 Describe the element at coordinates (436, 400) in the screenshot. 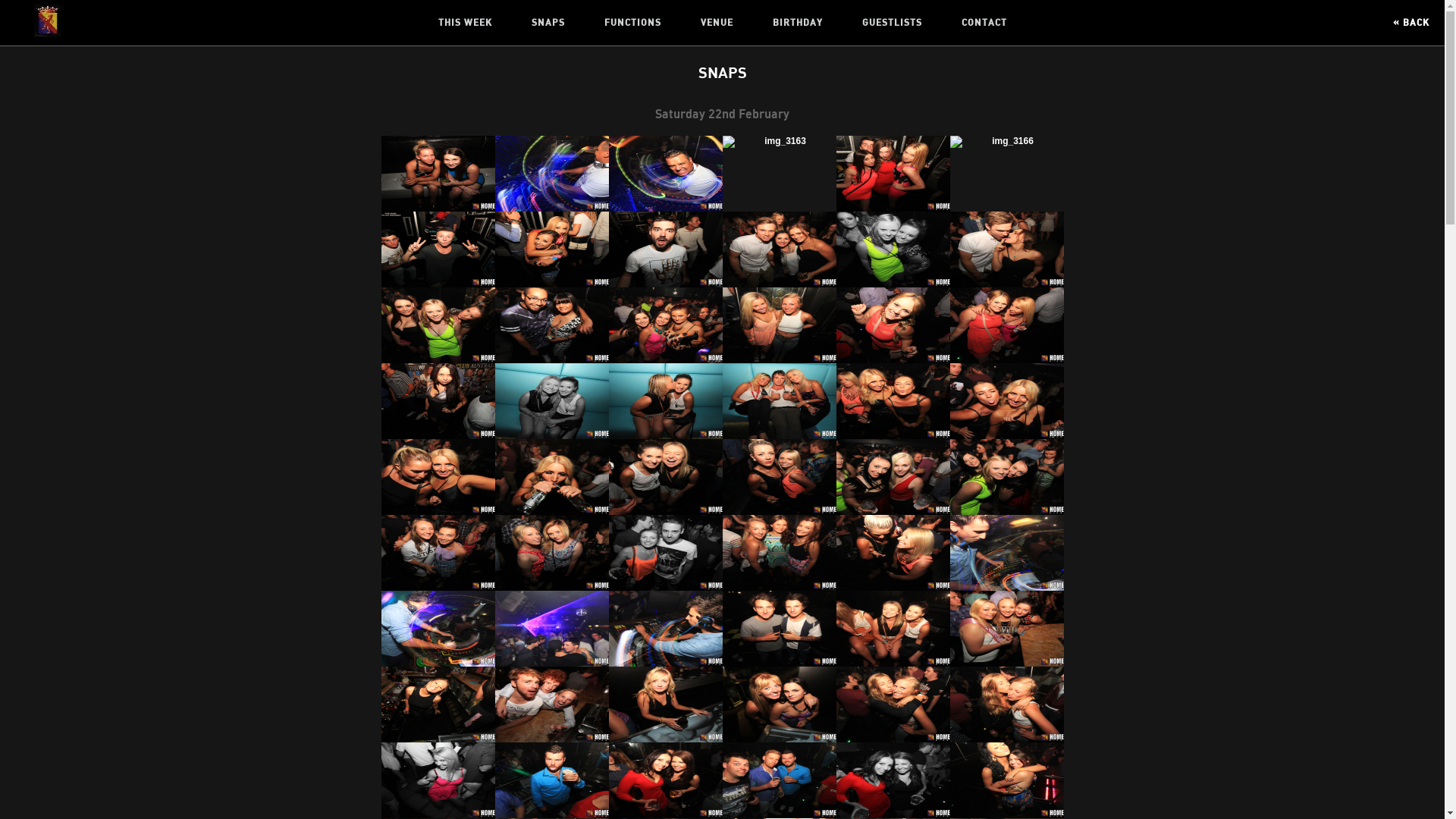

I see `' '` at that location.